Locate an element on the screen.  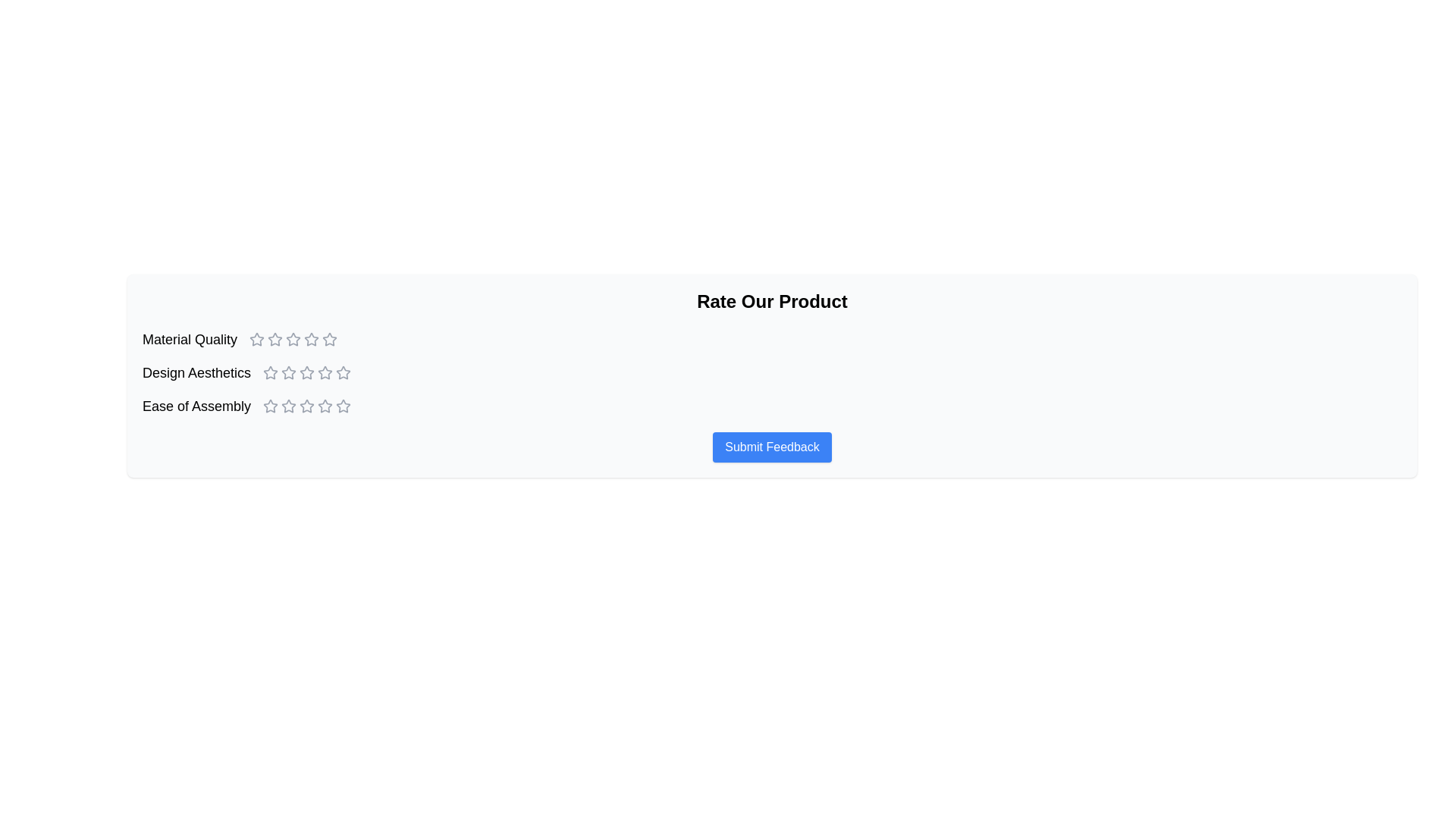
the third star in the rating component labeled 'Material Quality' to rate it is located at coordinates (311, 338).